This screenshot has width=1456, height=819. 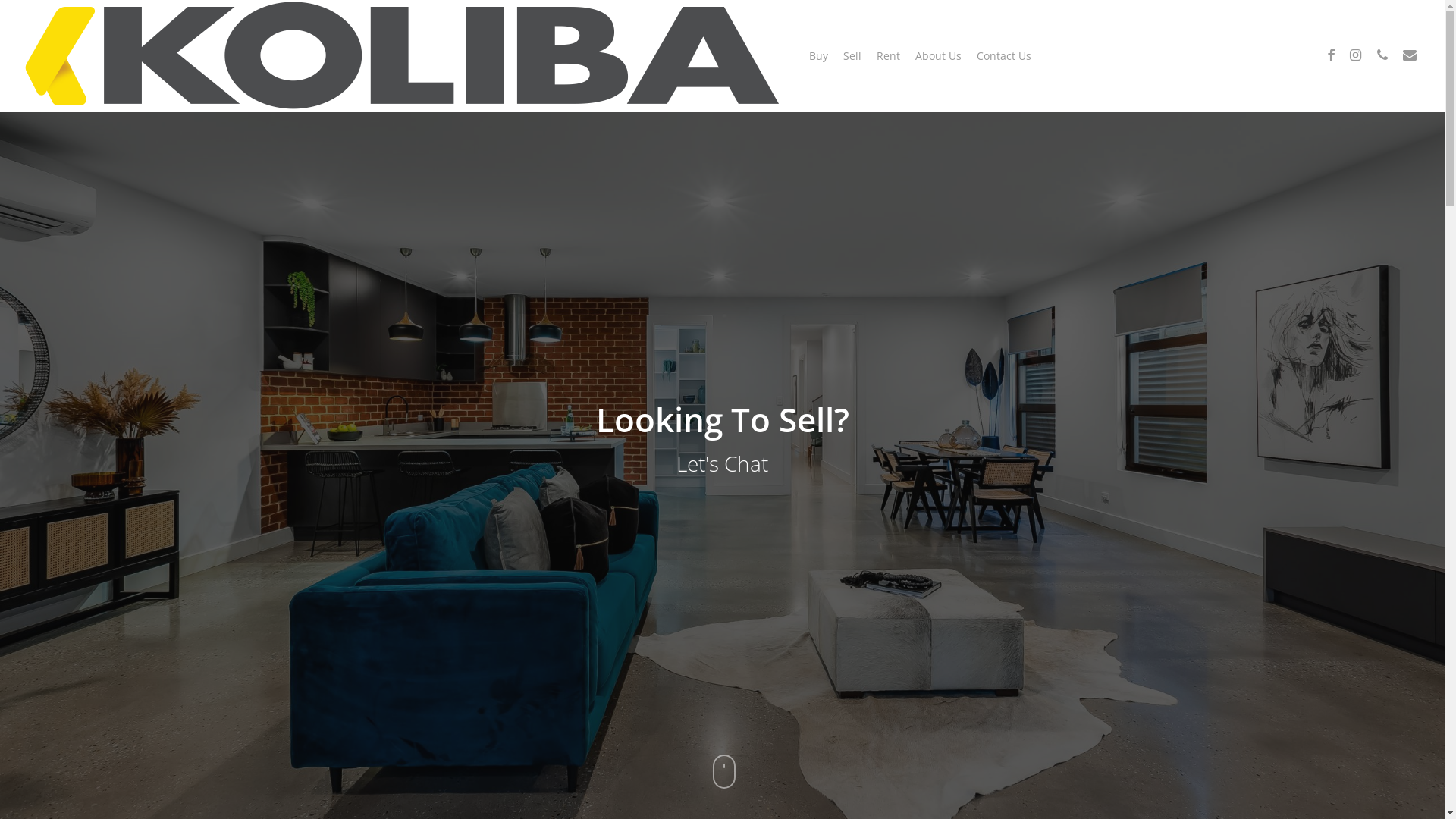 I want to click on 'Buy', so click(x=817, y=55).